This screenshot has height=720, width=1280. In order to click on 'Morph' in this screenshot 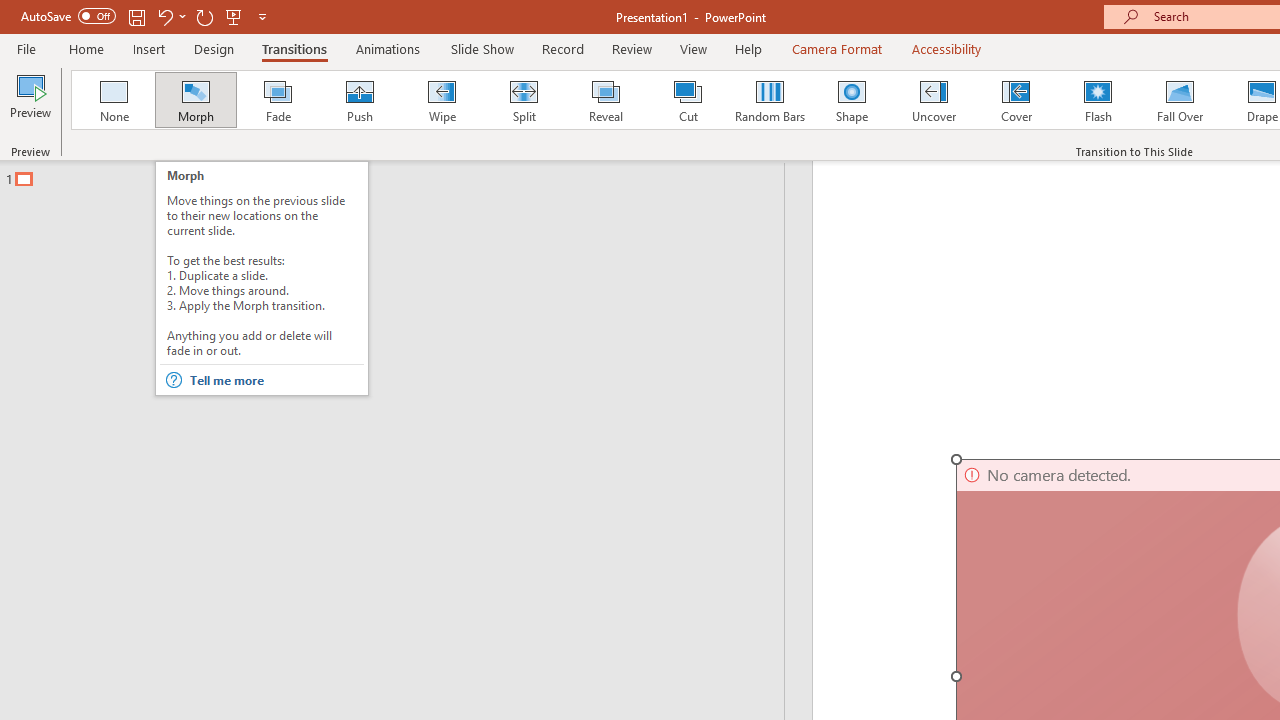, I will do `click(195, 100)`.